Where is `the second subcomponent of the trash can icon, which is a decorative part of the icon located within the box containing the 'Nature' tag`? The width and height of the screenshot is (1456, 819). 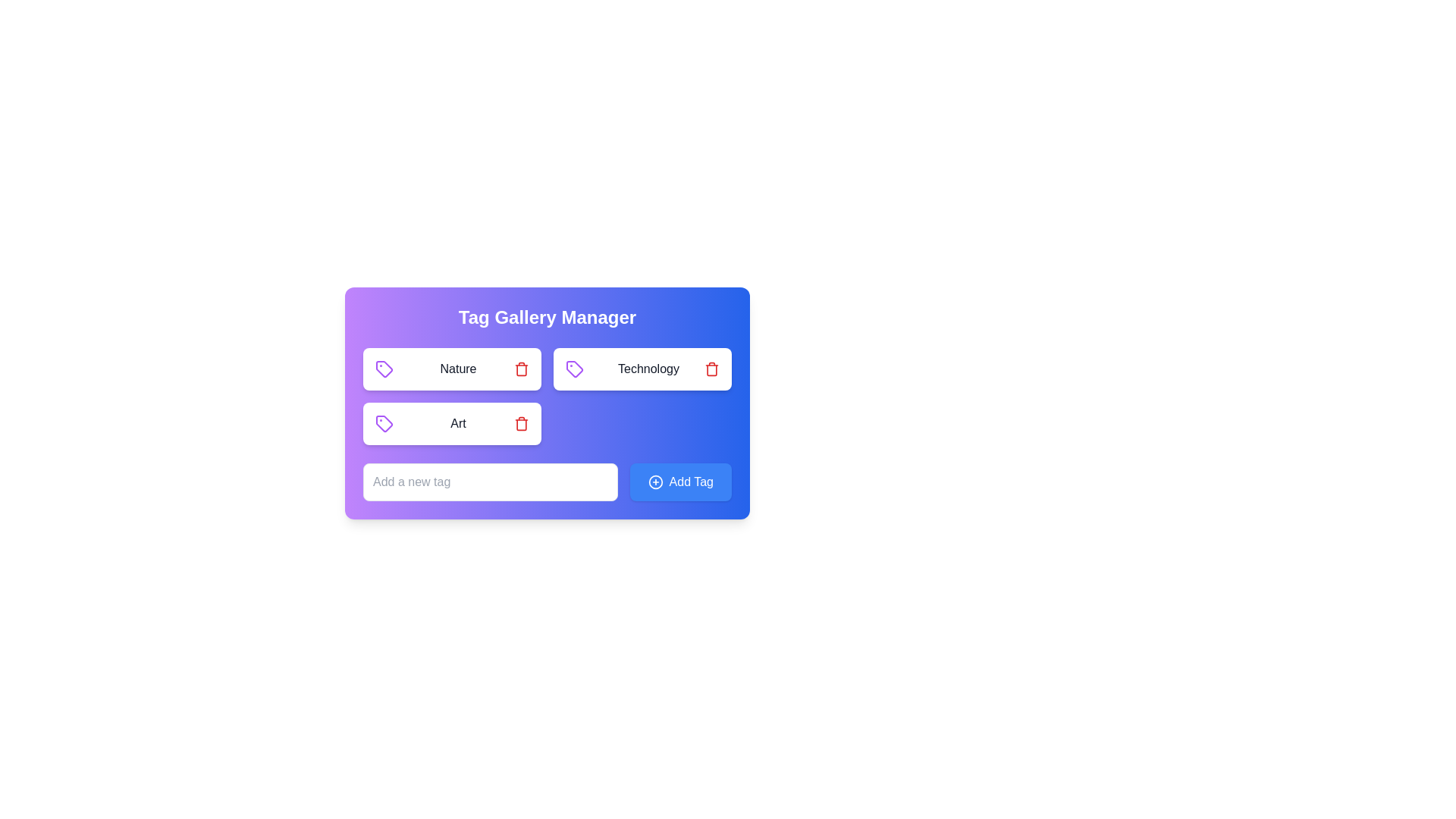
the second subcomponent of the trash can icon, which is a decorative part of the icon located within the box containing the 'Nature' tag is located at coordinates (521, 370).